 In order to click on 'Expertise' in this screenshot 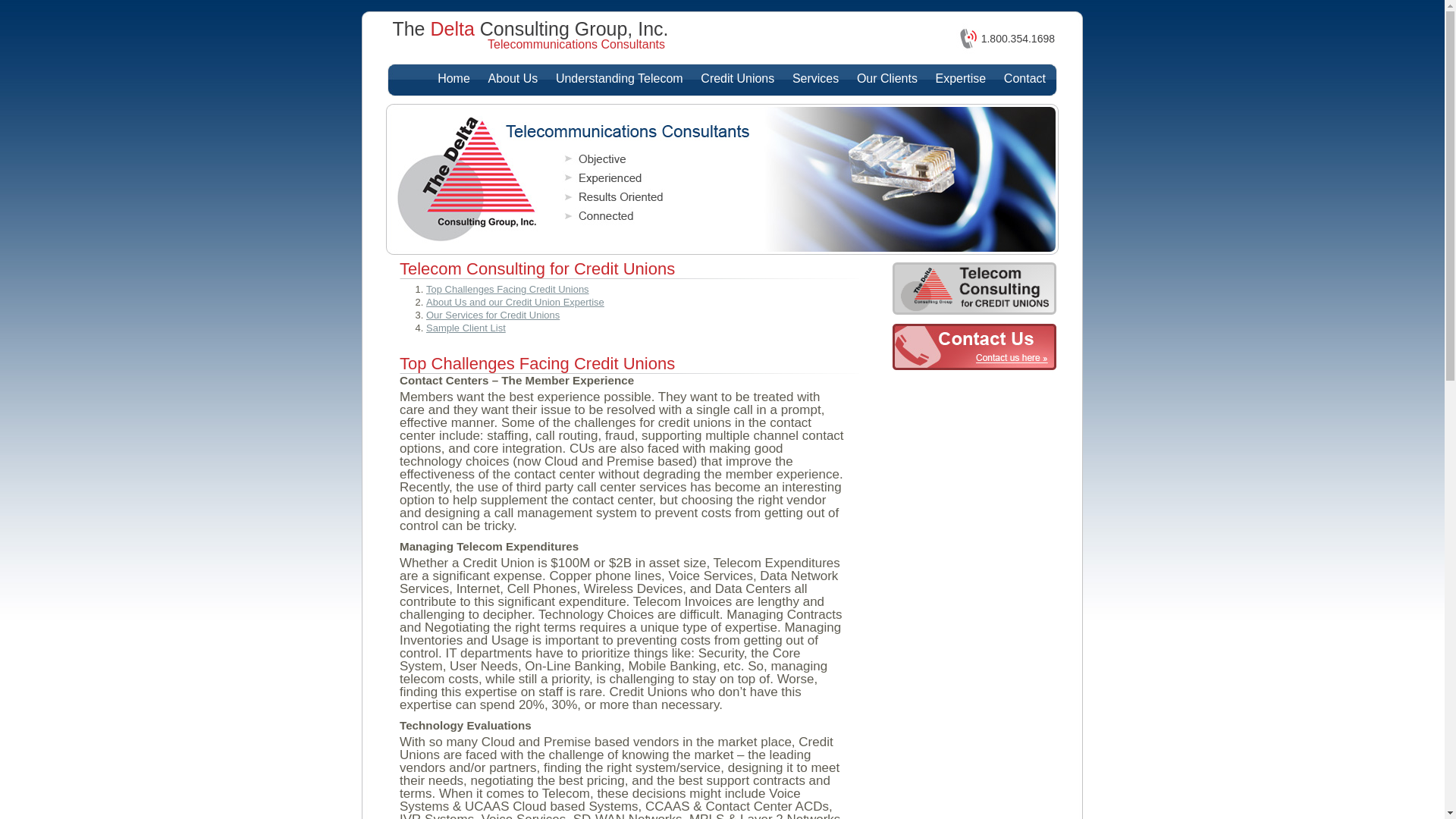, I will do `click(960, 78)`.